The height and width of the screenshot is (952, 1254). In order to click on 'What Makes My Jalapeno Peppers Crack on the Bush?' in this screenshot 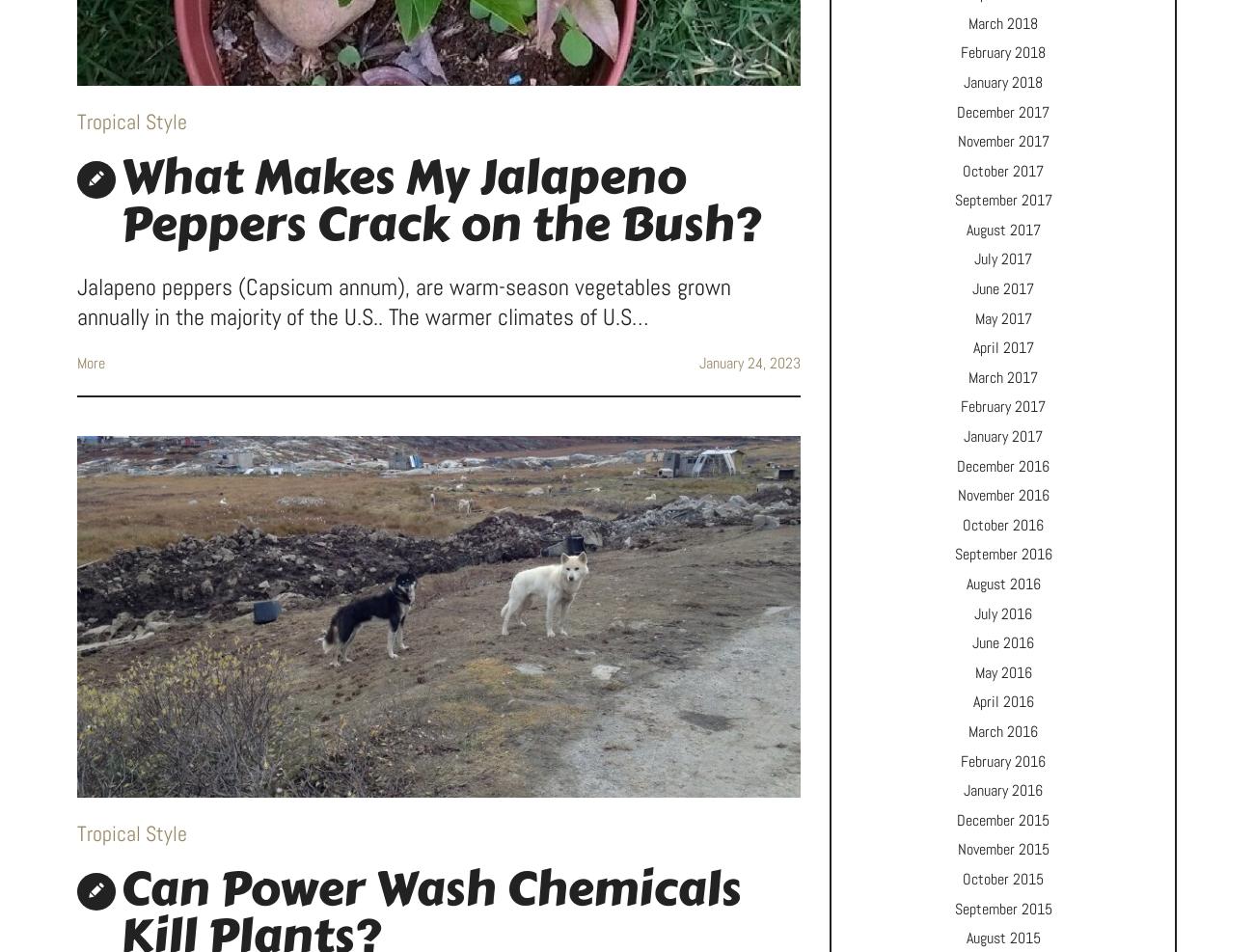, I will do `click(439, 199)`.